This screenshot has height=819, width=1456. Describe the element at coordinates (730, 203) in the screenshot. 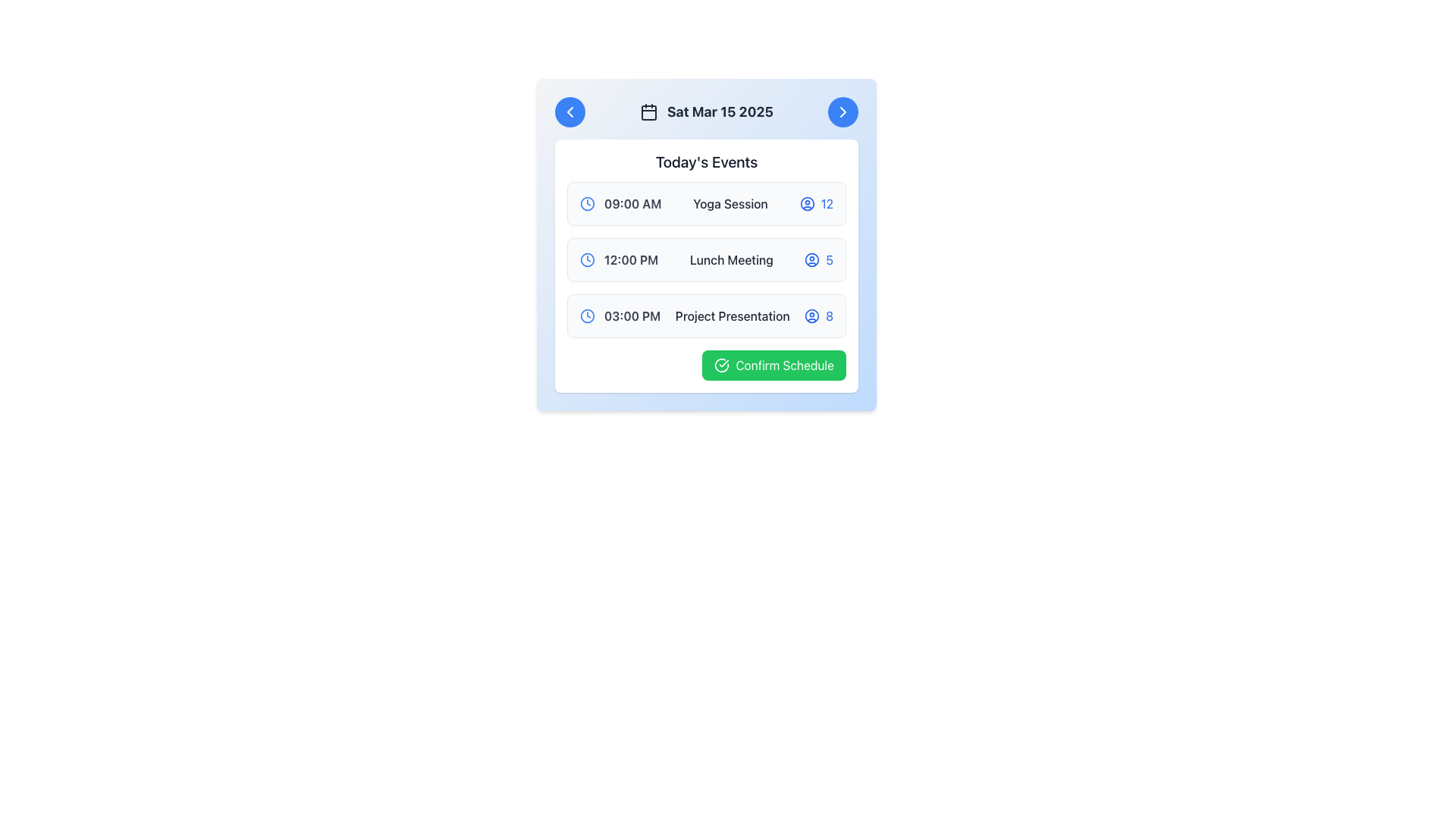

I see `the text element displaying 'Yoga Session' in gray font, located in the second column of the first row in the event card for 9:00 AM` at that location.